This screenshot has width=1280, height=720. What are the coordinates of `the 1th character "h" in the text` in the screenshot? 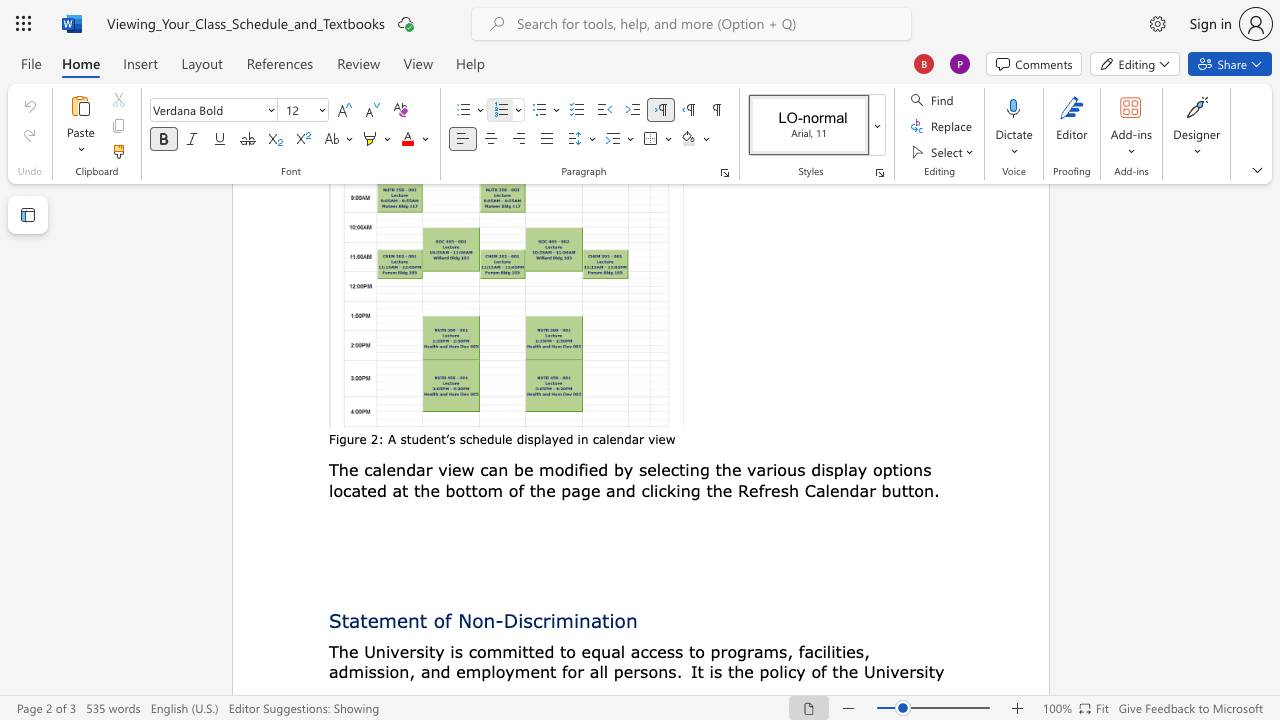 It's located at (725, 469).